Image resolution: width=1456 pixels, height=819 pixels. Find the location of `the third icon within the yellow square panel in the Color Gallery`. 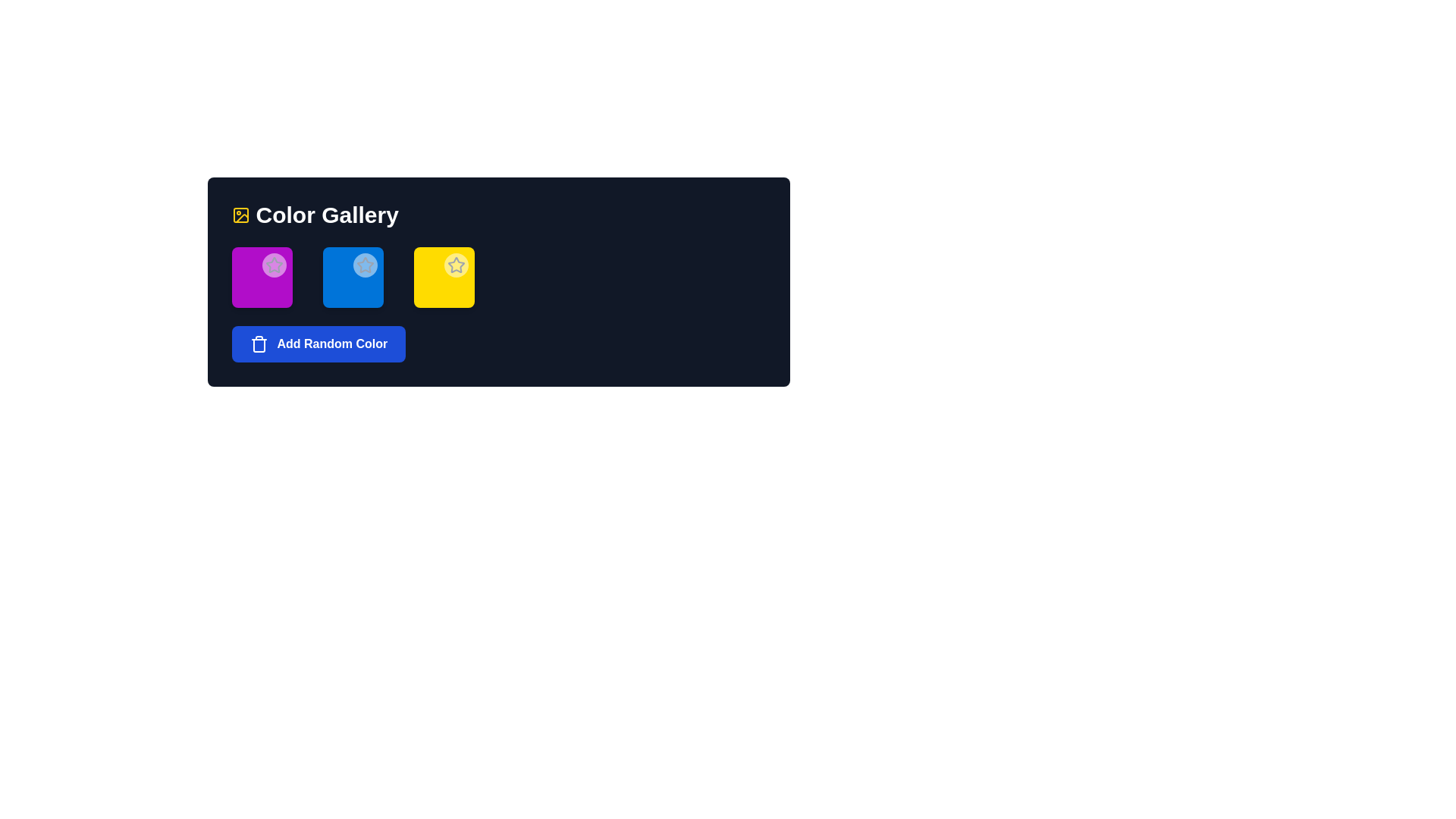

the third icon within the yellow square panel in the Color Gallery is located at coordinates (455, 264).